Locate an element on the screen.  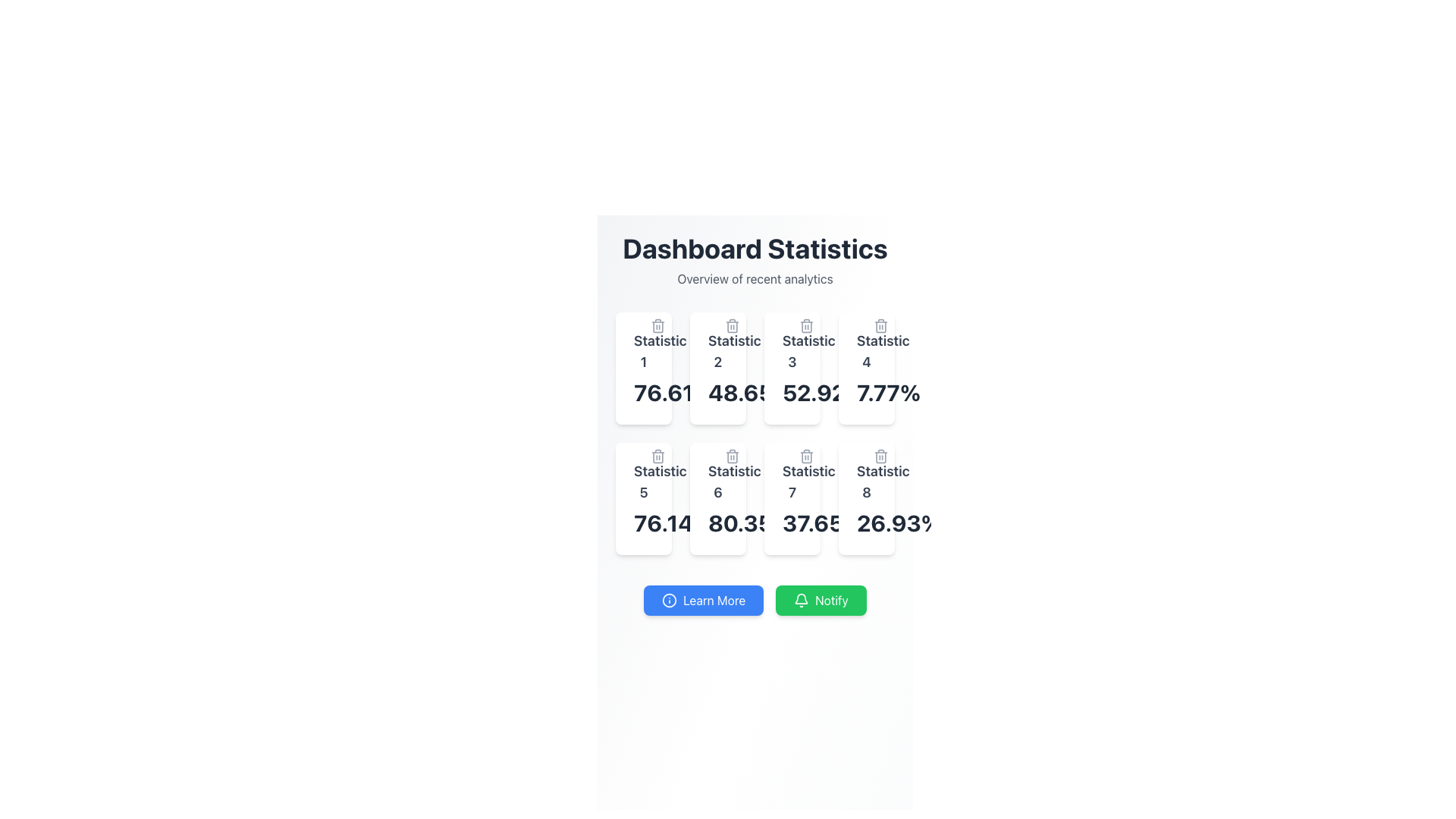
the Trash icon located is located at coordinates (732, 455).